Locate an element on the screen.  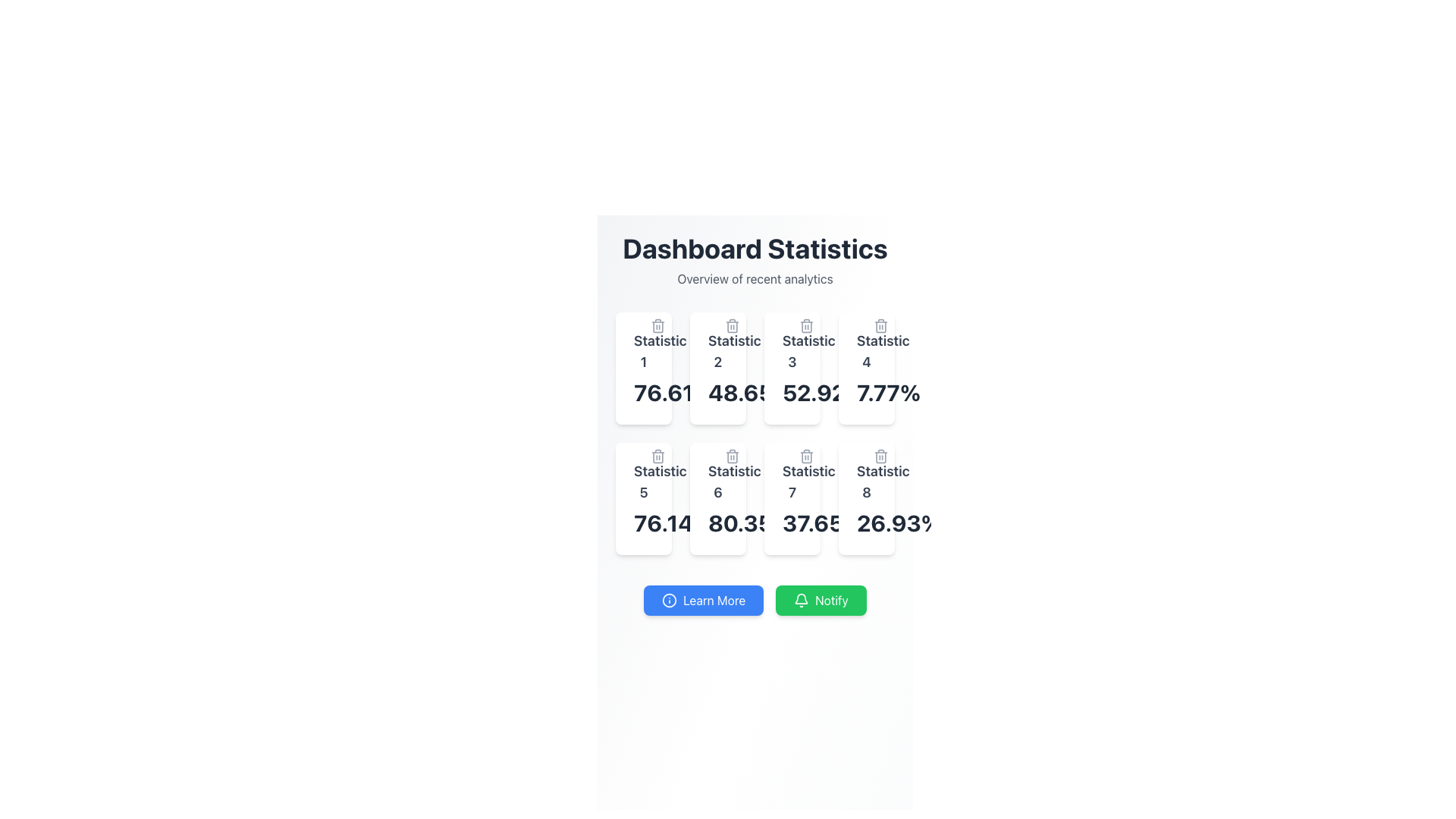
the Trash icon located is located at coordinates (732, 455).